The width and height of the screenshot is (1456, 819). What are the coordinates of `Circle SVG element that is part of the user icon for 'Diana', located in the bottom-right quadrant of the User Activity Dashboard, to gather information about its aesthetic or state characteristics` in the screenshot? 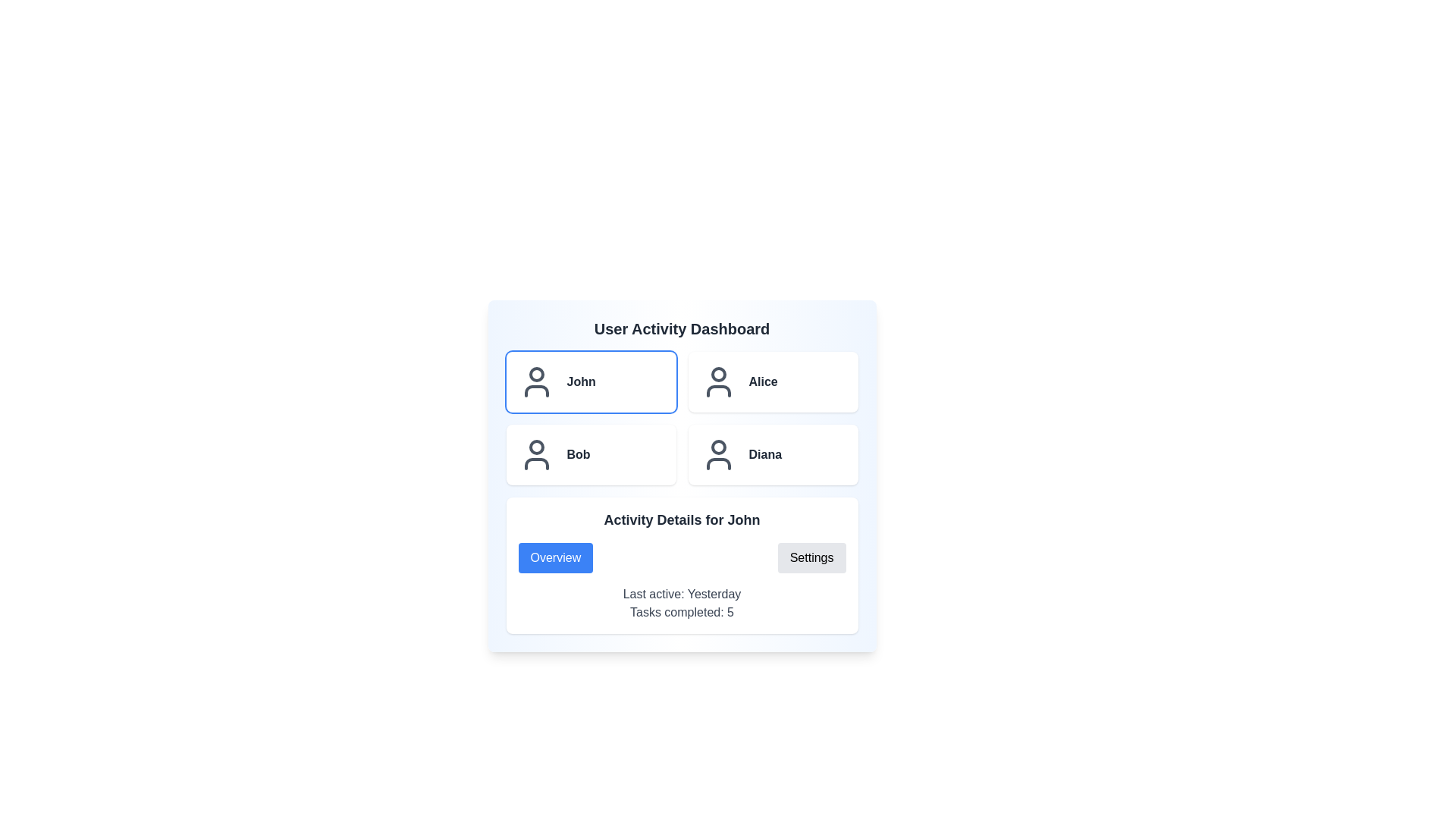 It's located at (717, 447).